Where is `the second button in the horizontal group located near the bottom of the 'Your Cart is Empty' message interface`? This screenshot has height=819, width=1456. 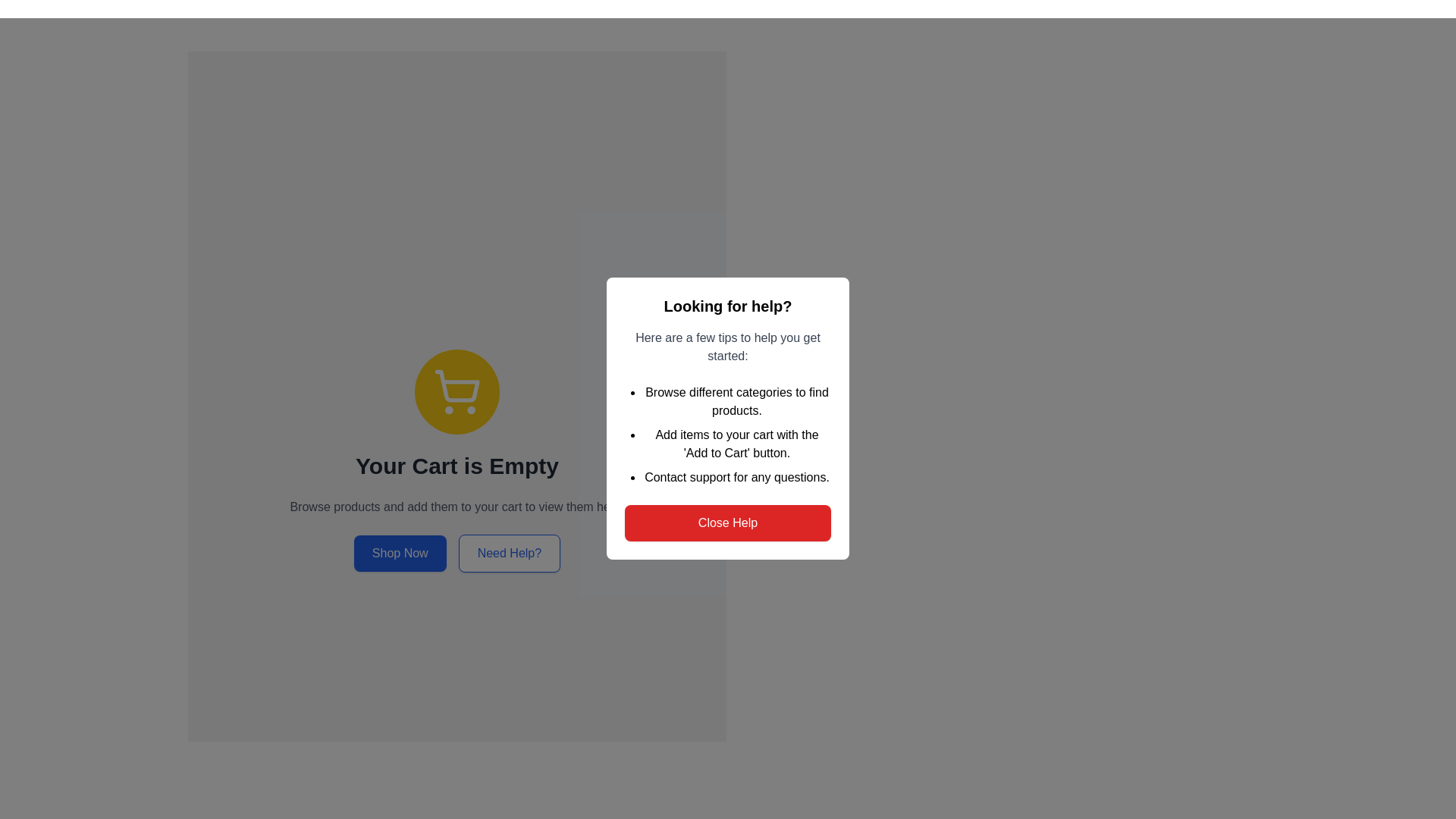
the second button in the horizontal group located near the bottom of the 'Your Cart is Empty' message interface is located at coordinates (510, 553).